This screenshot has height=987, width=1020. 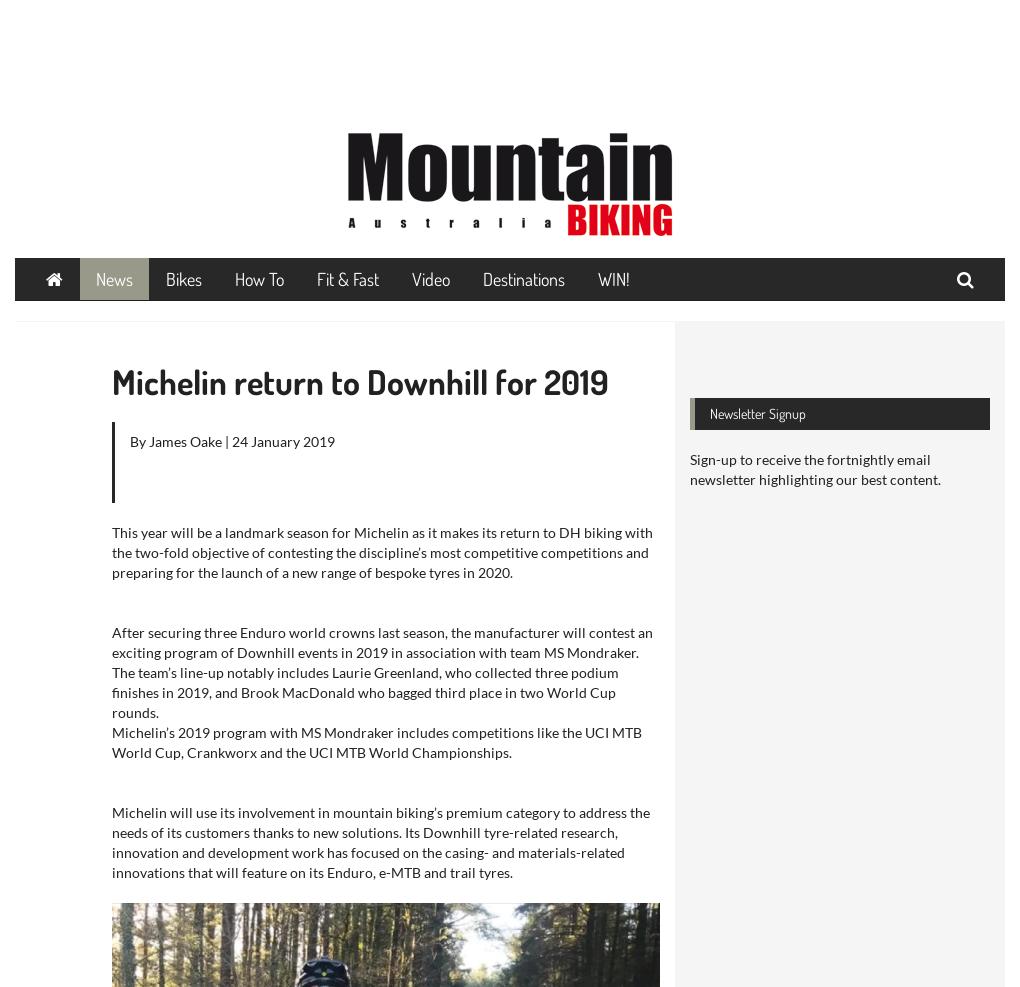 I want to click on 'Fit & Fast', so click(x=347, y=279).